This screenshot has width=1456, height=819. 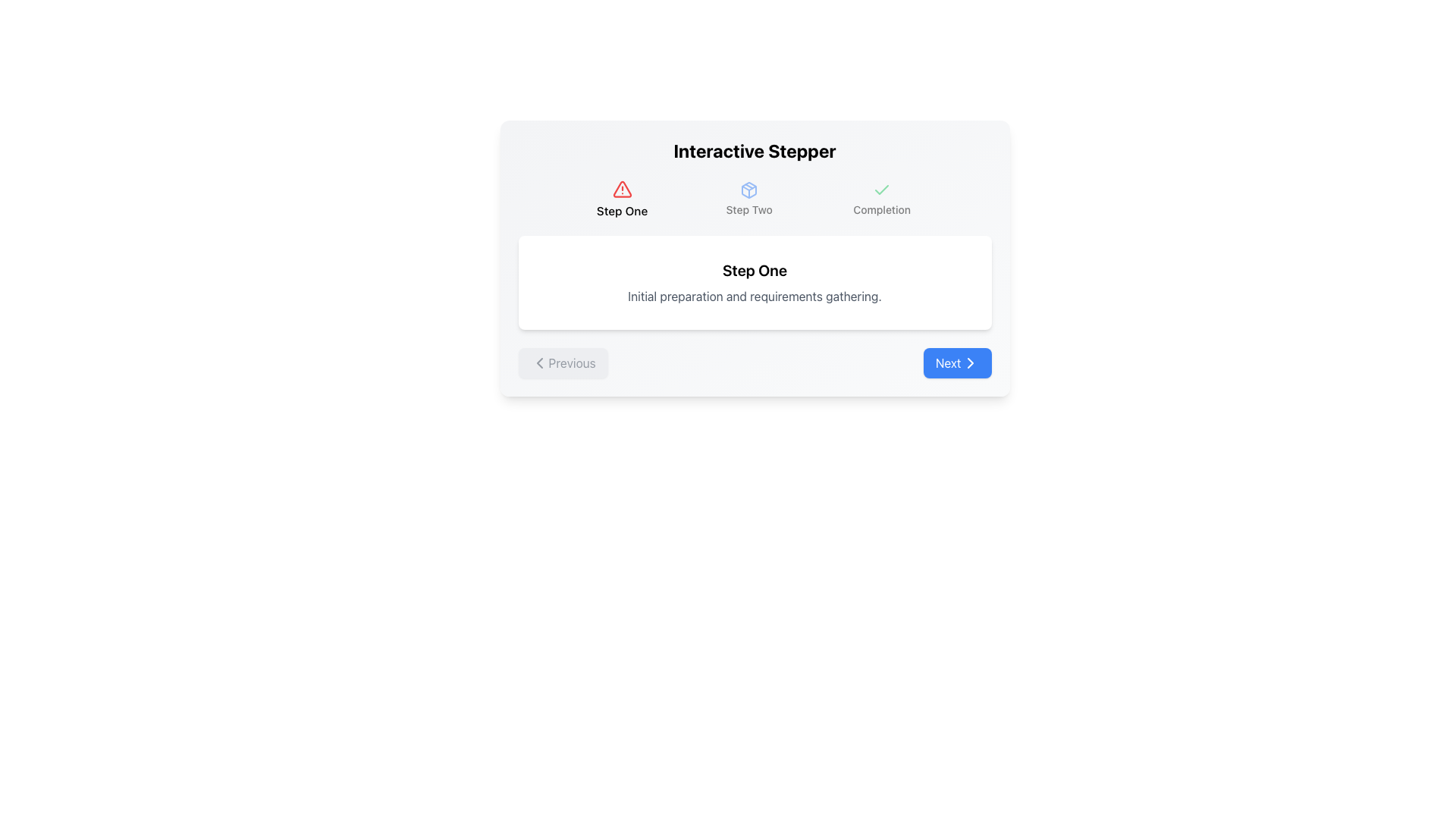 What do you see at coordinates (749, 189) in the screenshot?
I see `the second status icon in the stepper component, which indicates the second step in a multi-step interactive process` at bounding box center [749, 189].